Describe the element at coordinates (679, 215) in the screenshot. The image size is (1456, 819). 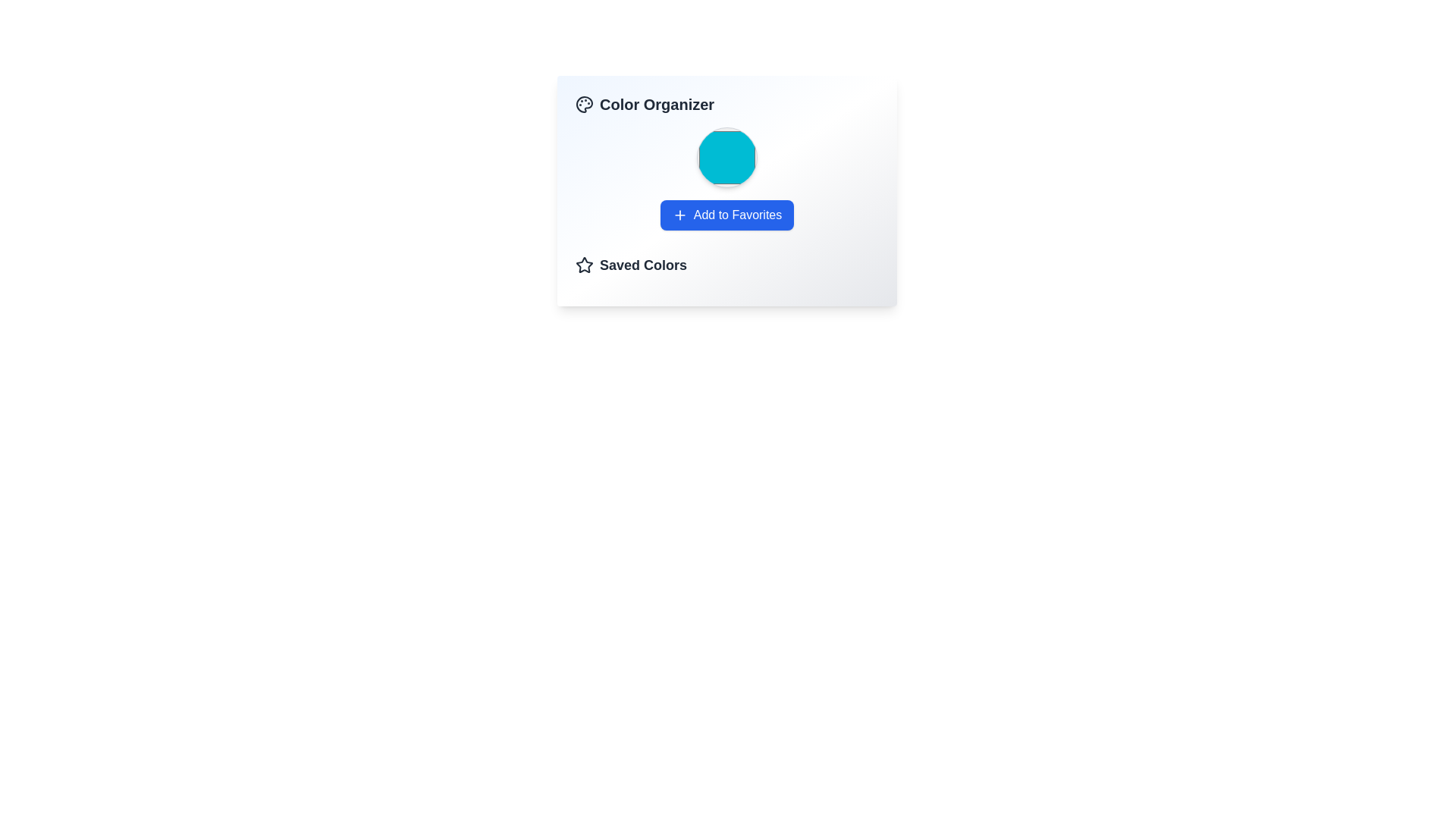
I see `the '+' icon located inside the blue rectangular 'Add to Favorites' button, positioned to the left of the label text` at that location.